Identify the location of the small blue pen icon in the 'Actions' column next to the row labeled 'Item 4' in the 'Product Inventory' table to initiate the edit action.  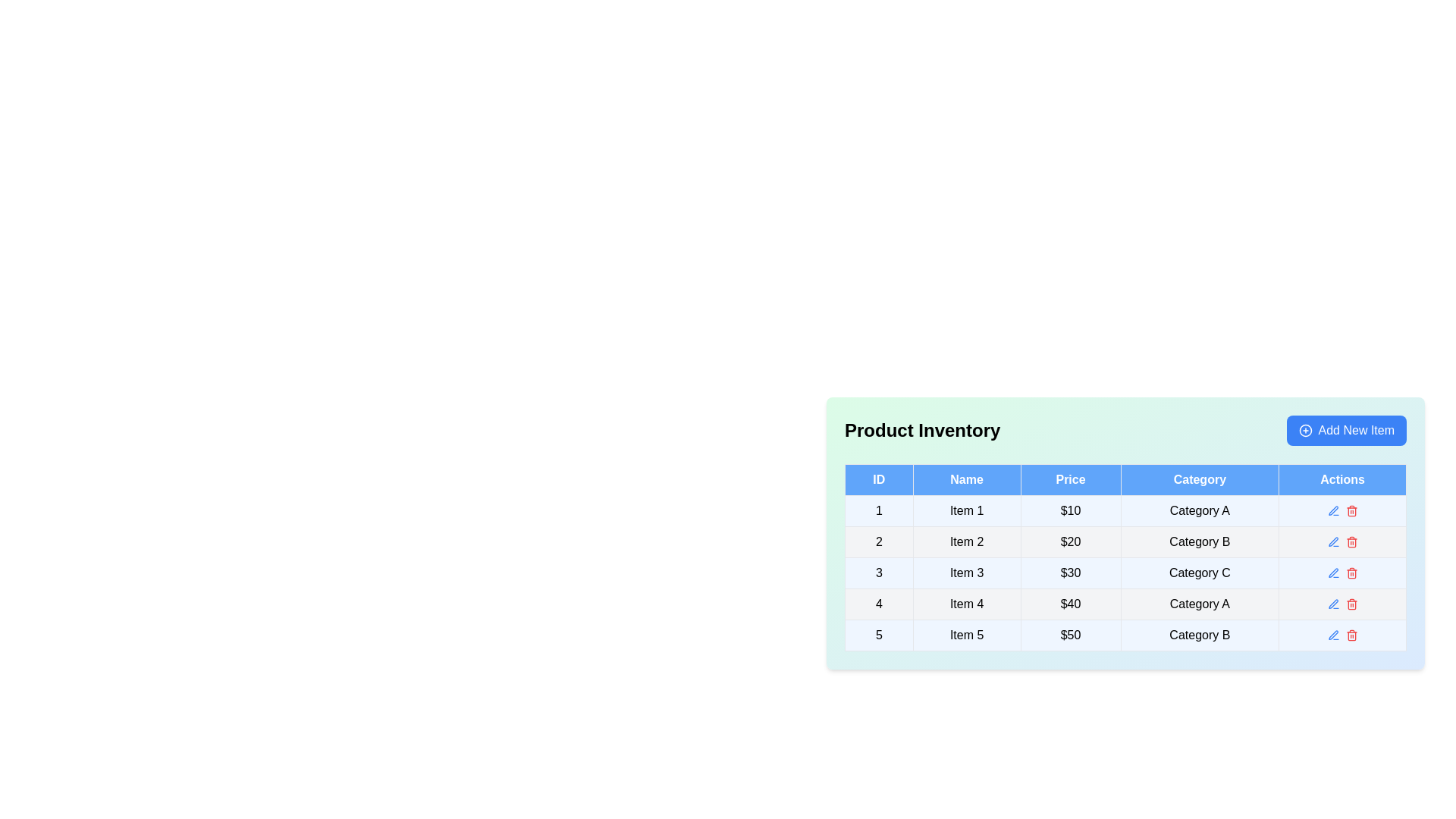
(1332, 604).